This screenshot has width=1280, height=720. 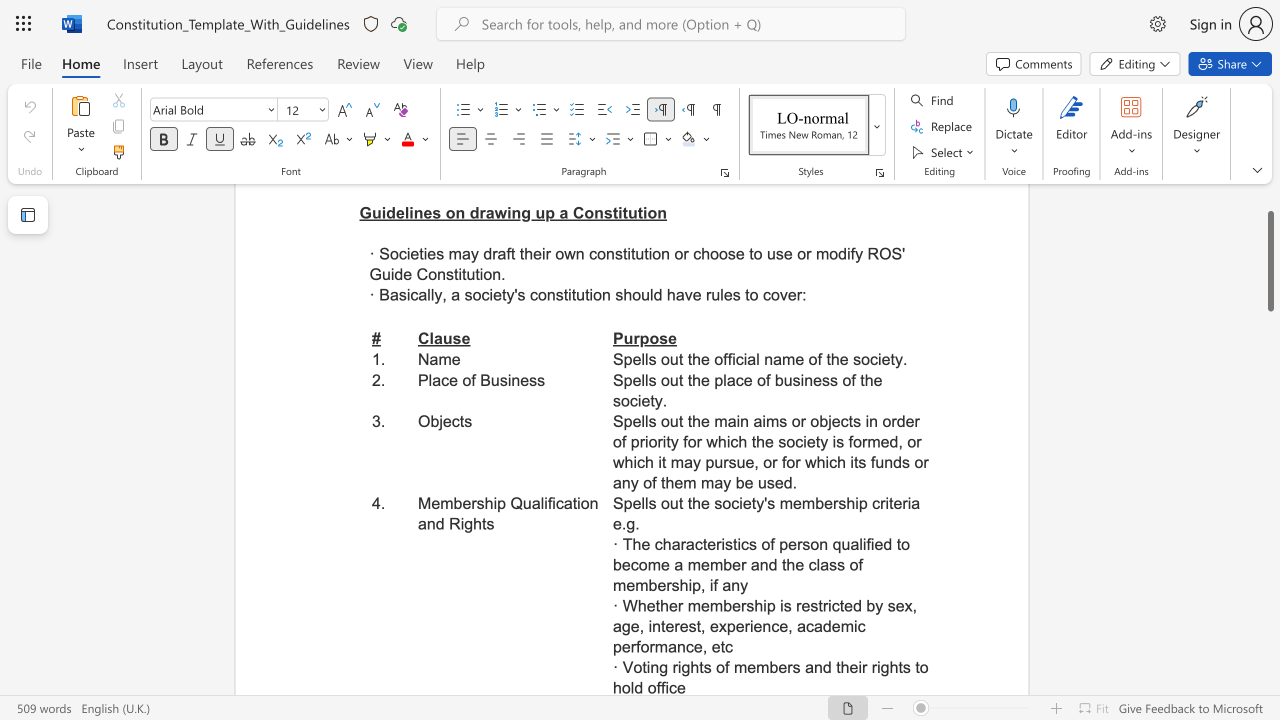 What do you see at coordinates (1269, 260) in the screenshot?
I see `the scrollbar and move up 80 pixels` at bounding box center [1269, 260].